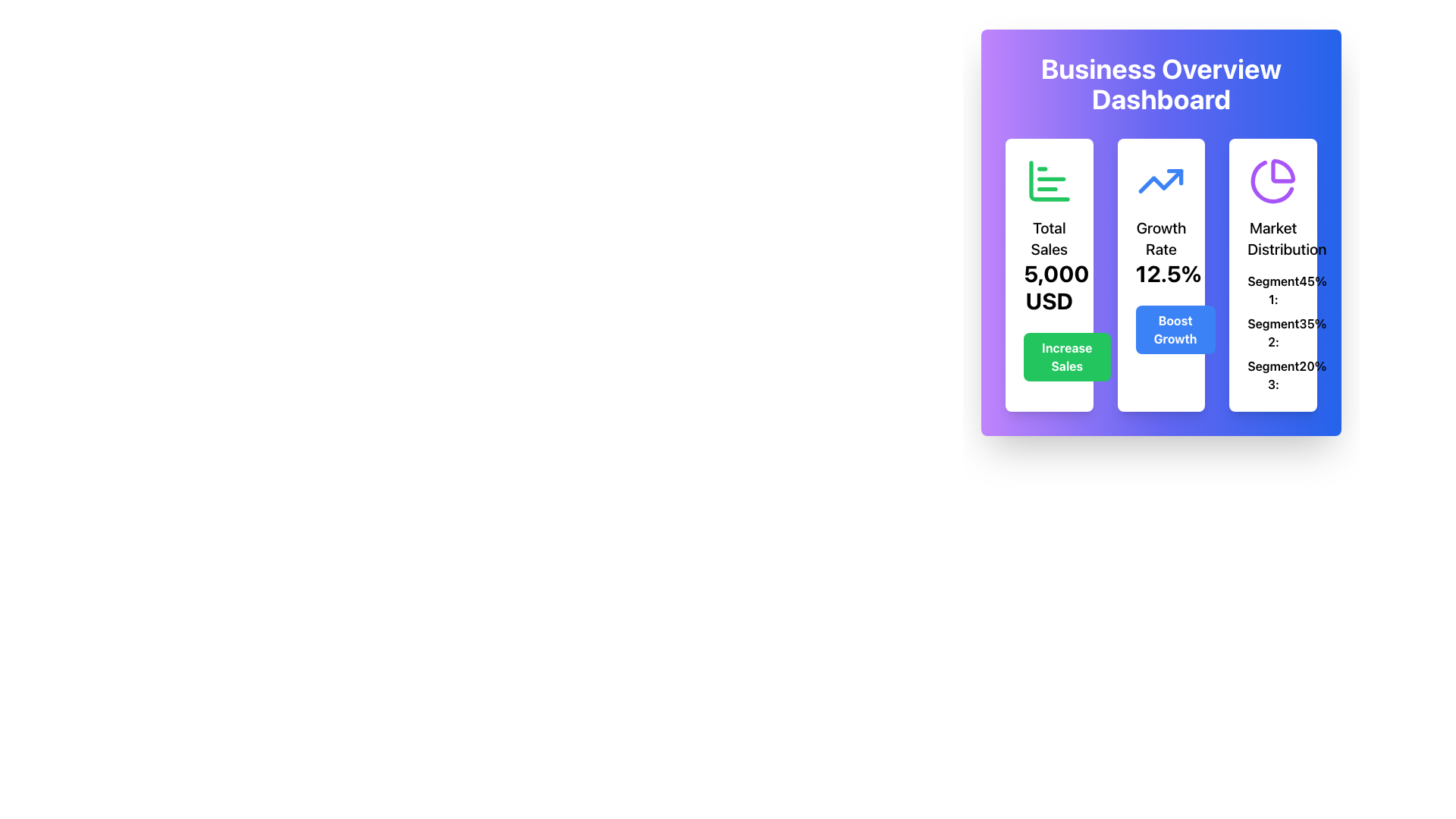  Describe the element at coordinates (1312, 332) in the screenshot. I see `the Text label displaying the market share percentage for 'Segment 2' located in the metrics column of the 'Market Distribution' section` at that location.